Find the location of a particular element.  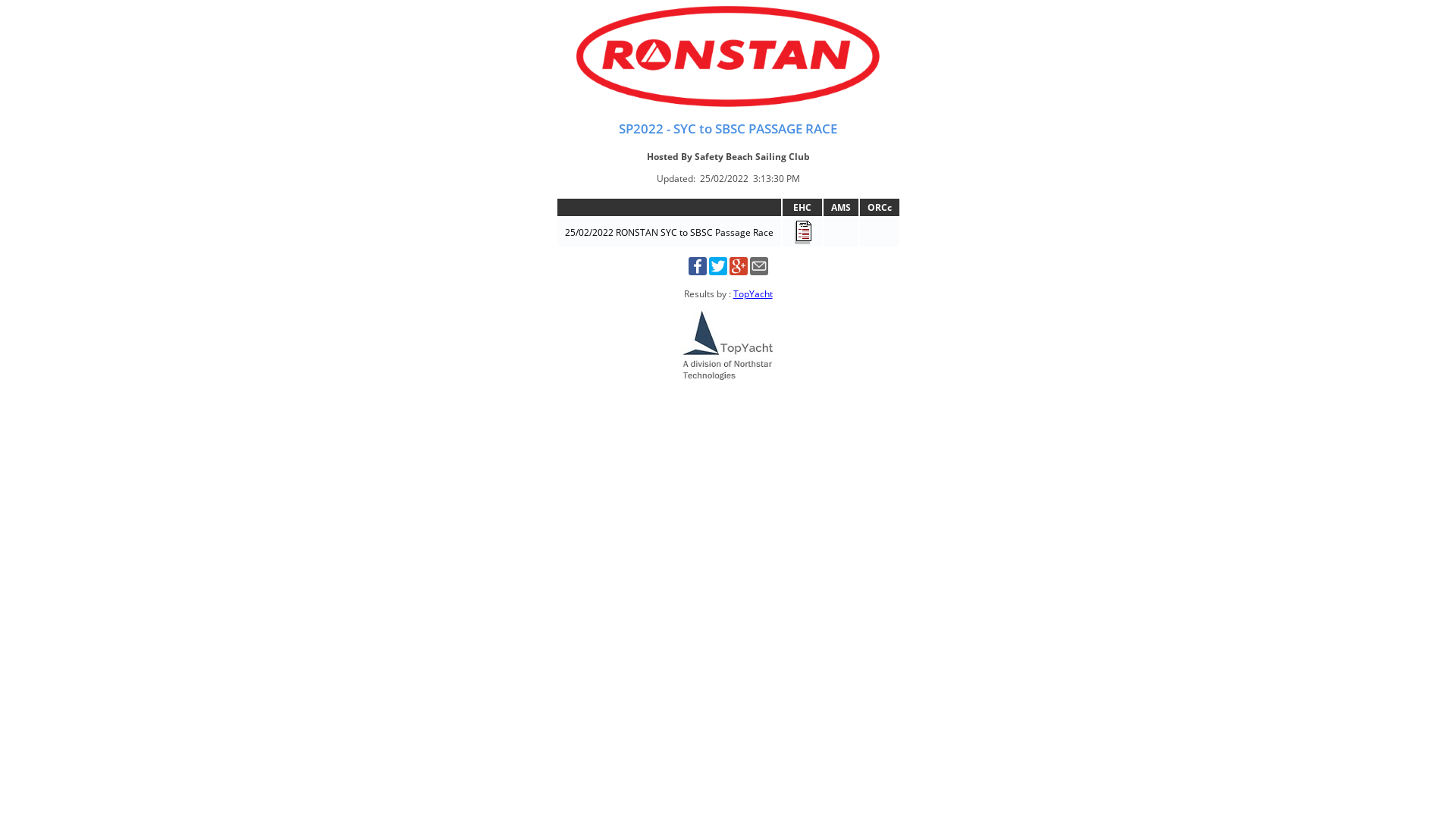

'Tweet' is located at coordinates (716, 271).